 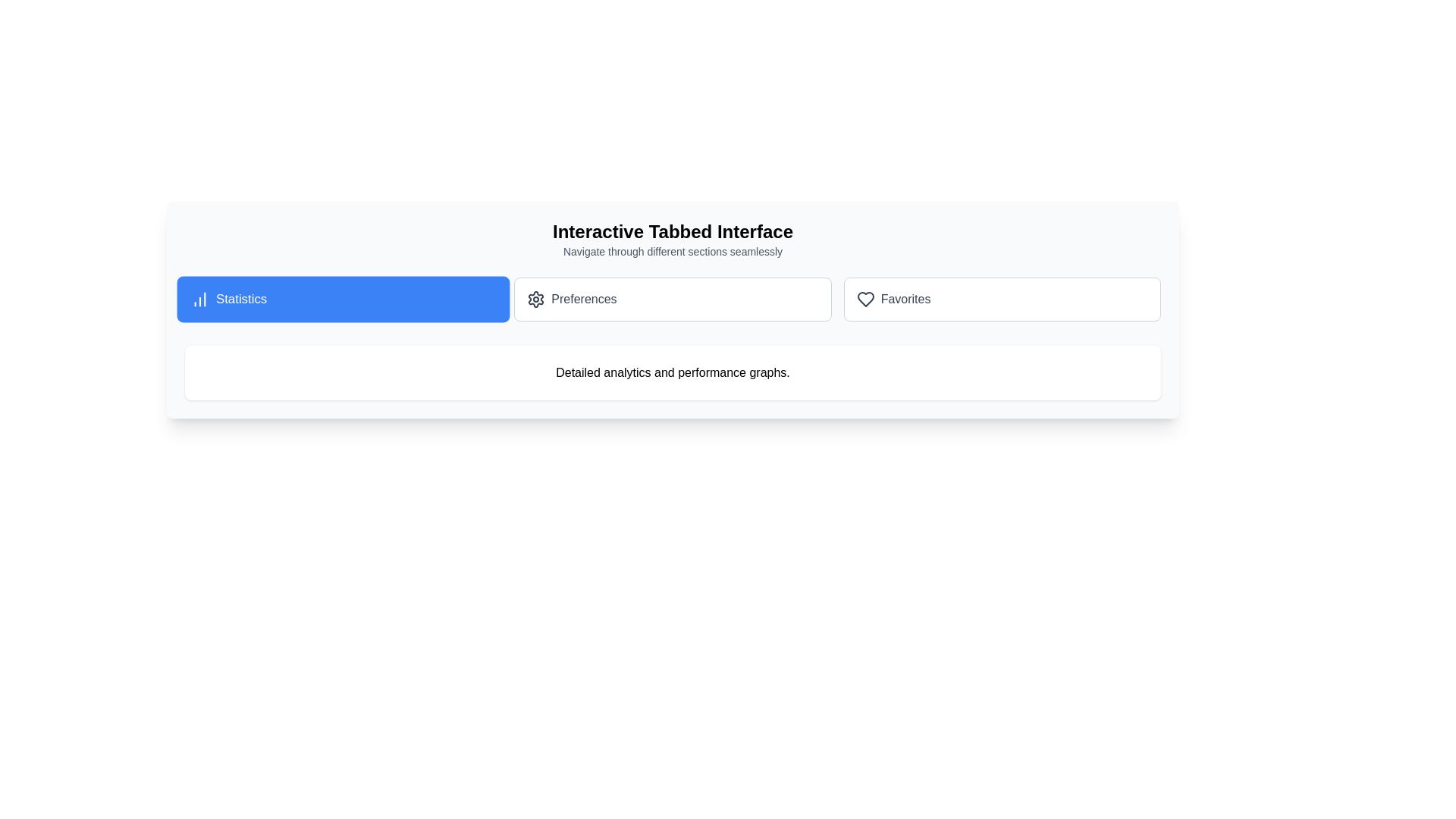 What do you see at coordinates (1002, 299) in the screenshot?
I see `the tab labeled Favorites` at bounding box center [1002, 299].